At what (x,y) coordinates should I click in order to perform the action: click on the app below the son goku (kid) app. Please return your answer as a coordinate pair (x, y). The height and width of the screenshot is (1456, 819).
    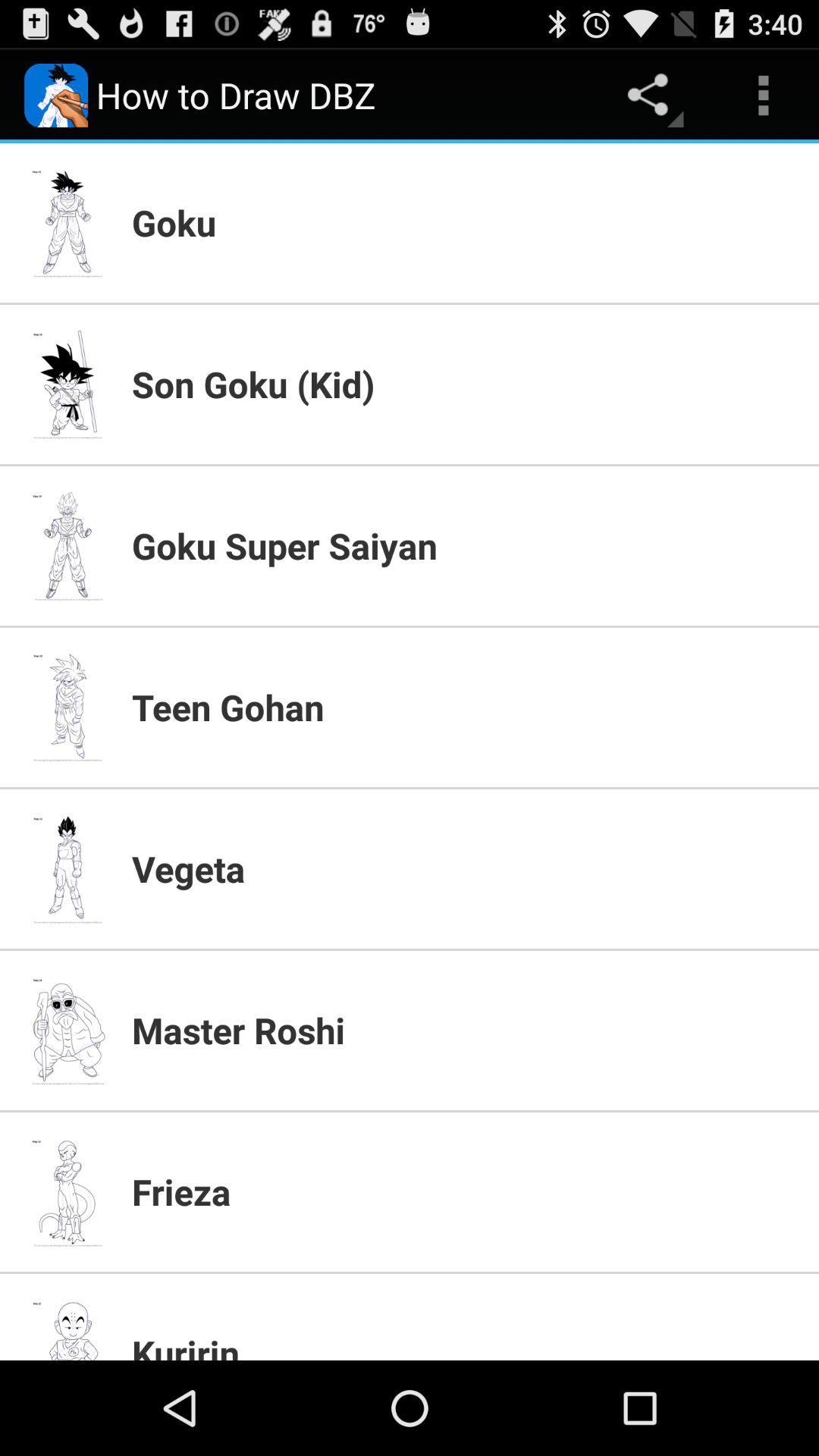
    Looking at the image, I should click on (465, 545).